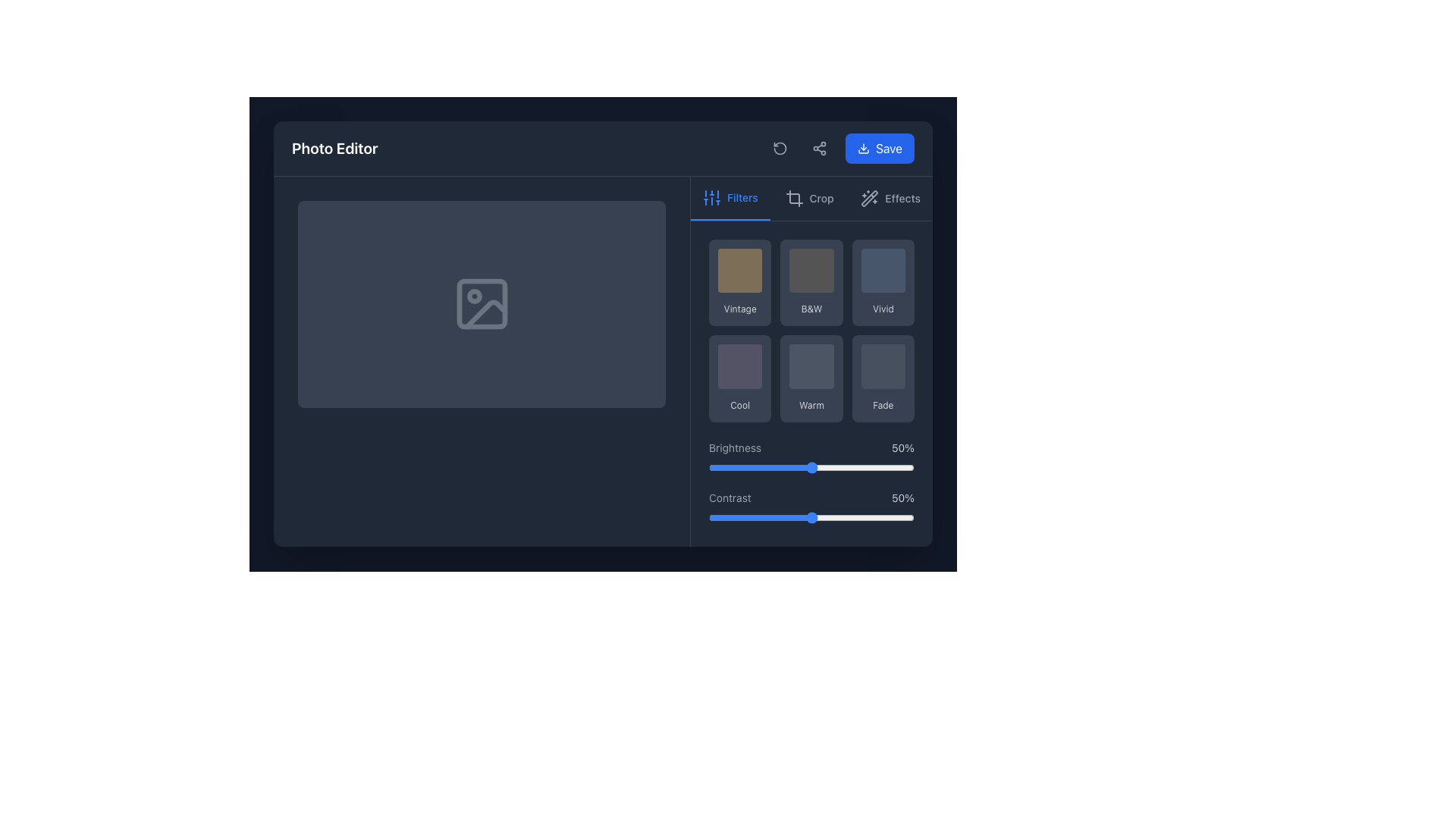 Image resolution: width=1456 pixels, height=819 pixels. I want to click on the icon button representing a counterclockwise arrow in a circular outline to rotate an item counterclockwise, so click(780, 149).